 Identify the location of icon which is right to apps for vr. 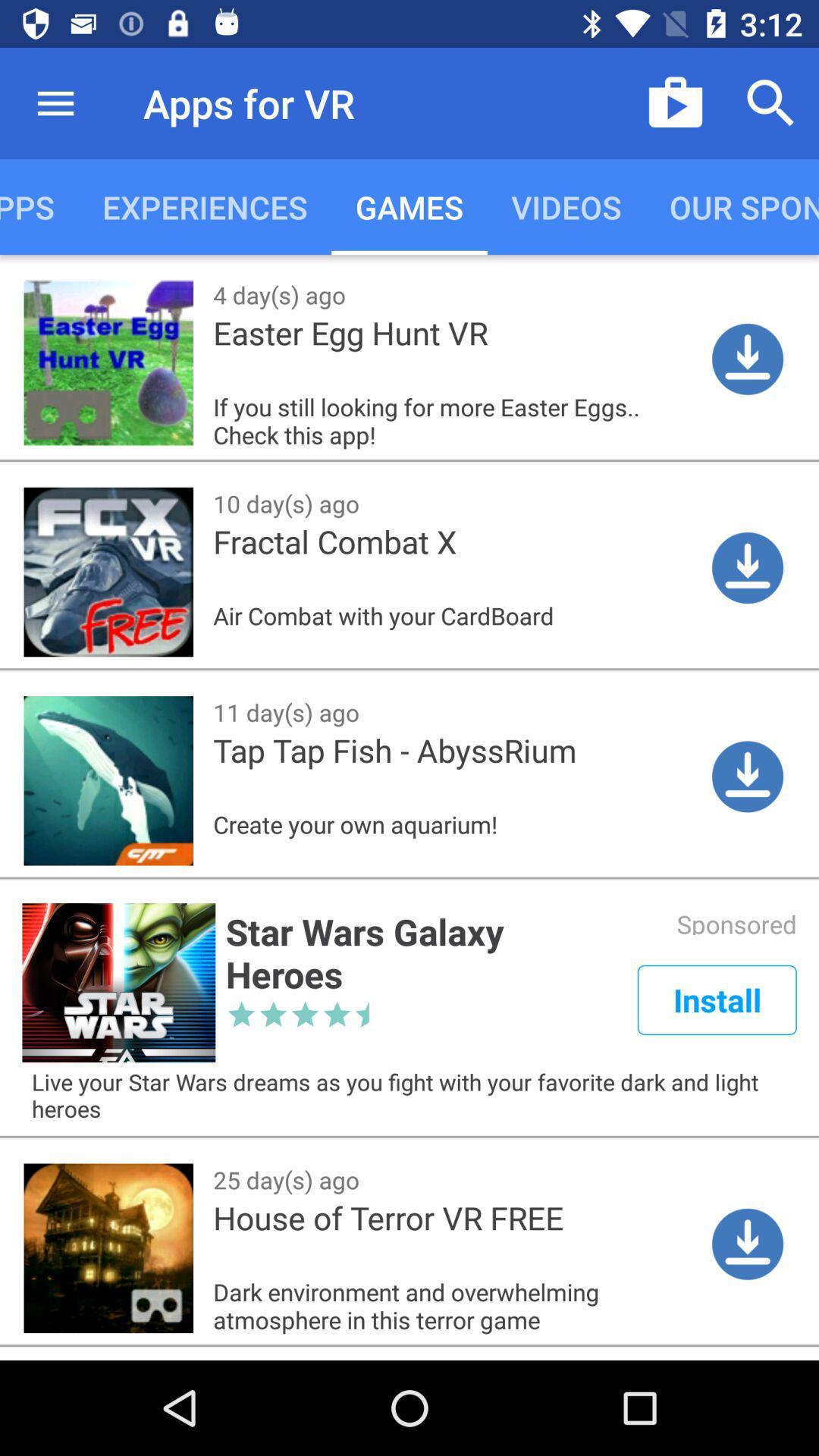
(675, 103).